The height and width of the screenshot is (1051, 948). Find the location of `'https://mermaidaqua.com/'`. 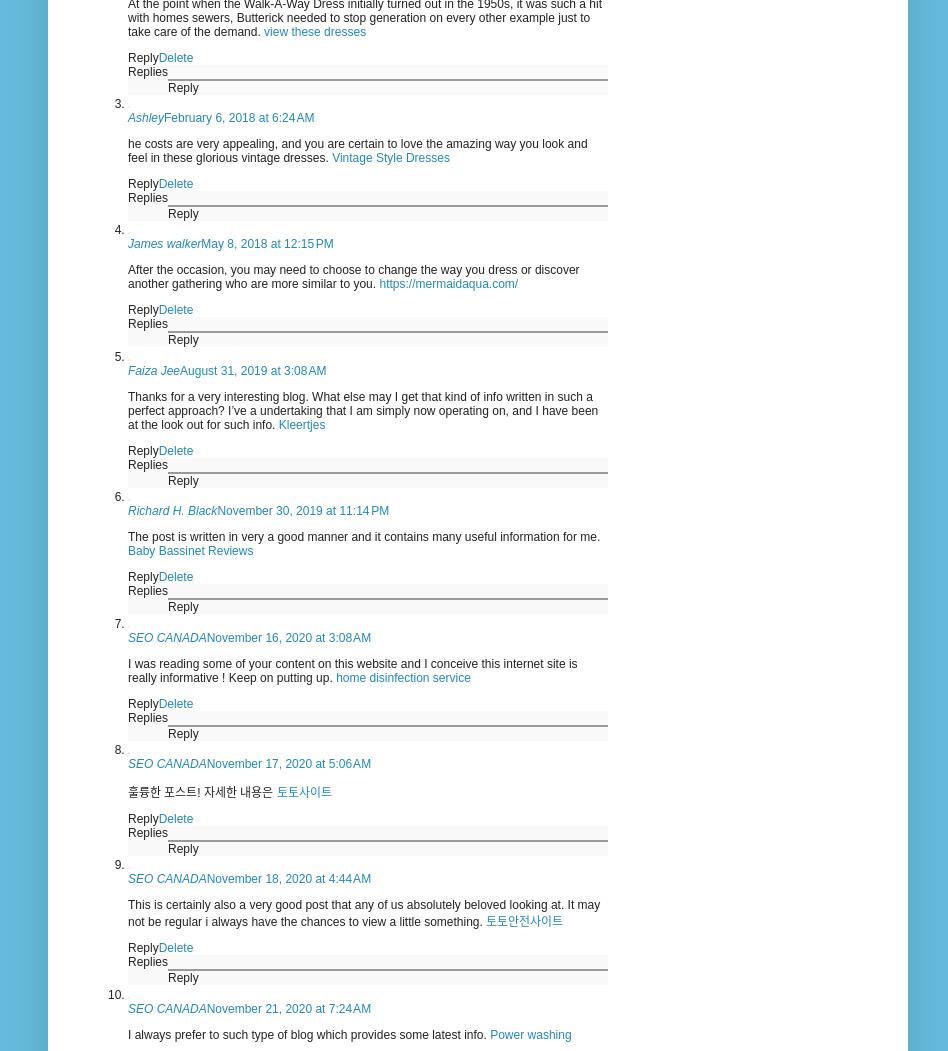

'https://mermaidaqua.com/' is located at coordinates (447, 283).